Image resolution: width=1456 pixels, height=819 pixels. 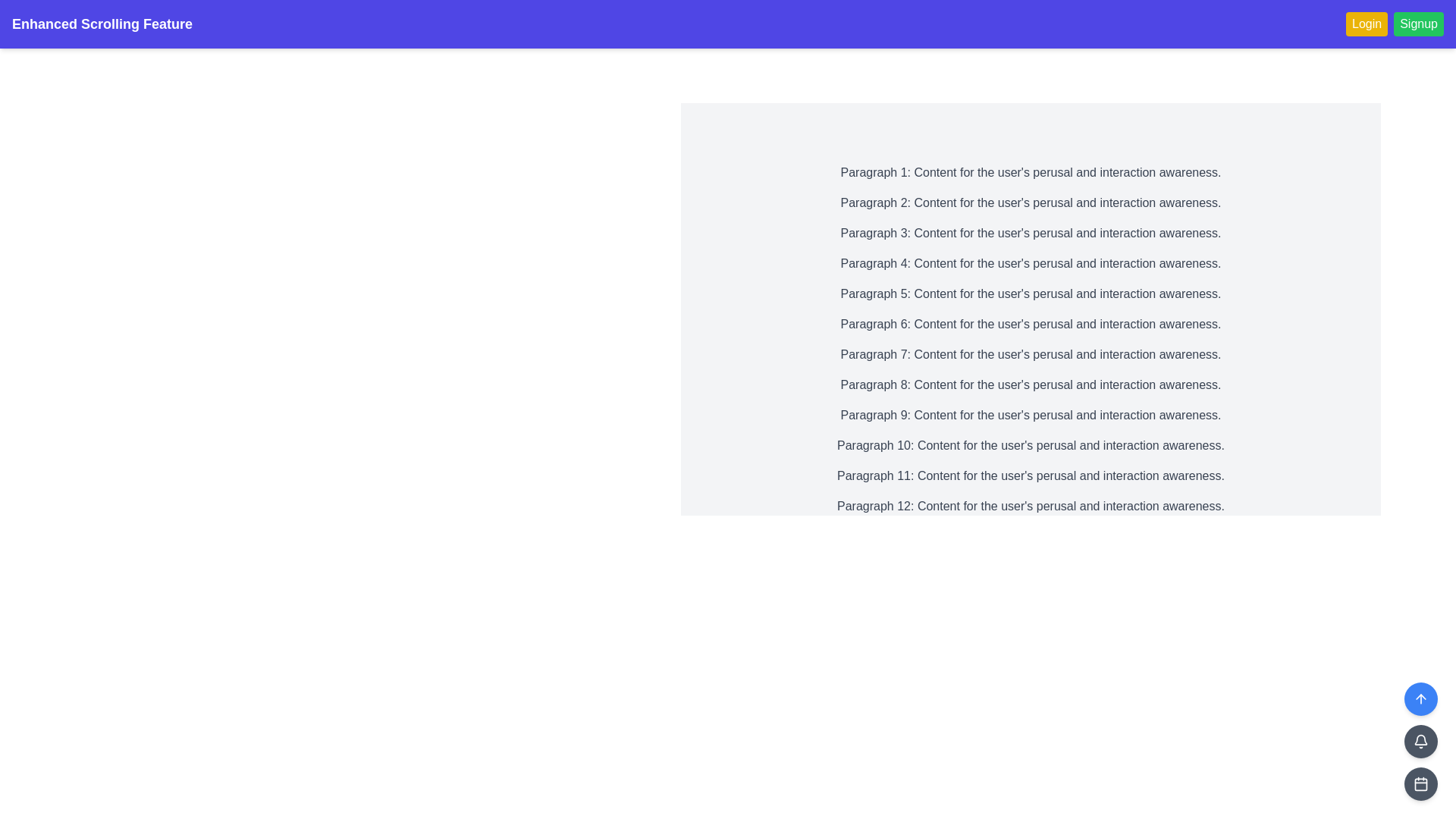 What do you see at coordinates (1031, 294) in the screenshot?
I see `the Text Label displaying 'Paragraph 5', which is the fifth paragraph in a vertically-stacked list of text elements` at bounding box center [1031, 294].